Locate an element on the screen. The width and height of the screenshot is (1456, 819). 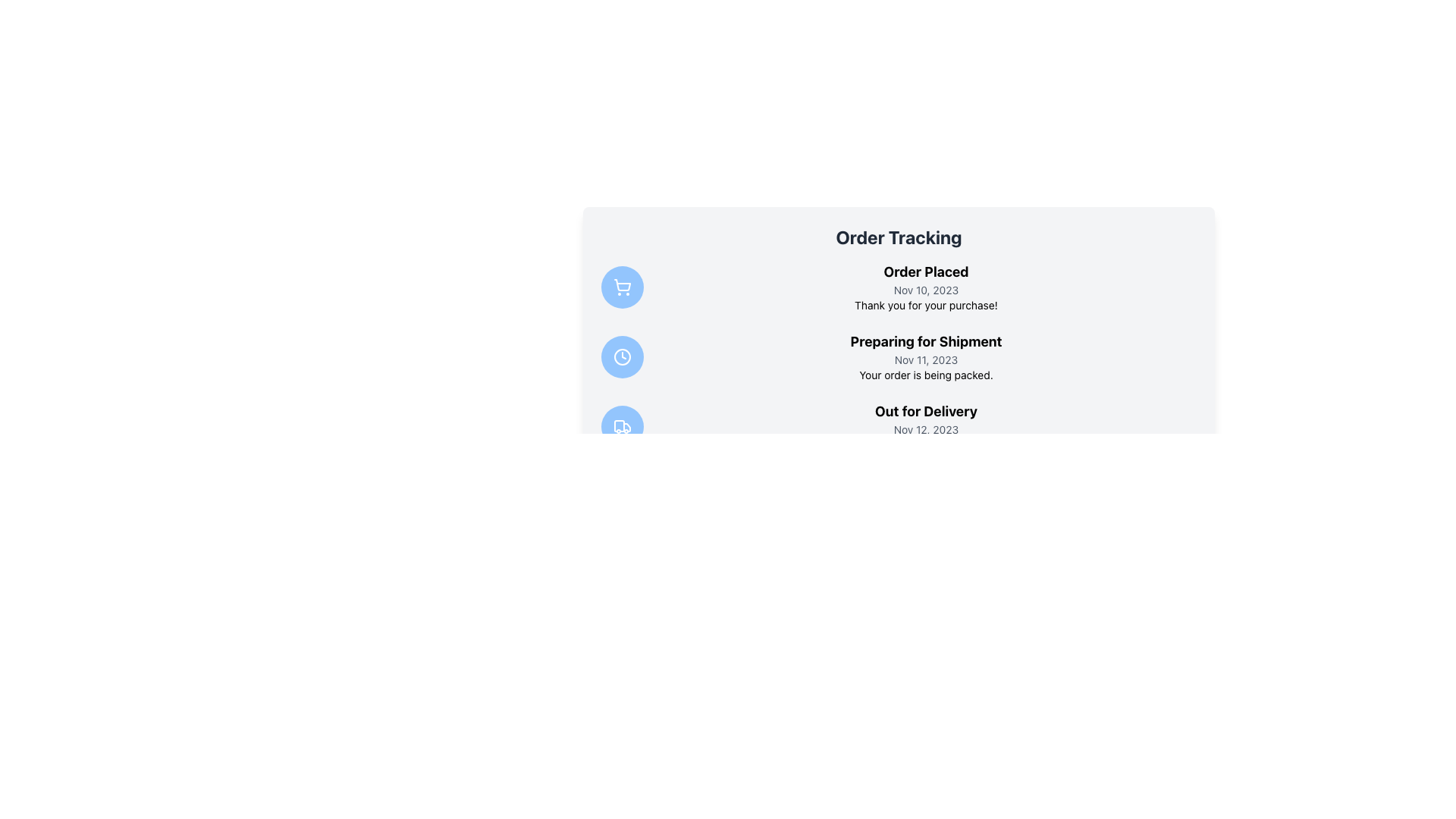
the Notification block indicating the order was placed on 'Nov 10, 2023' and thanking the user, which is the first entry in the order tracking list is located at coordinates (899, 287).